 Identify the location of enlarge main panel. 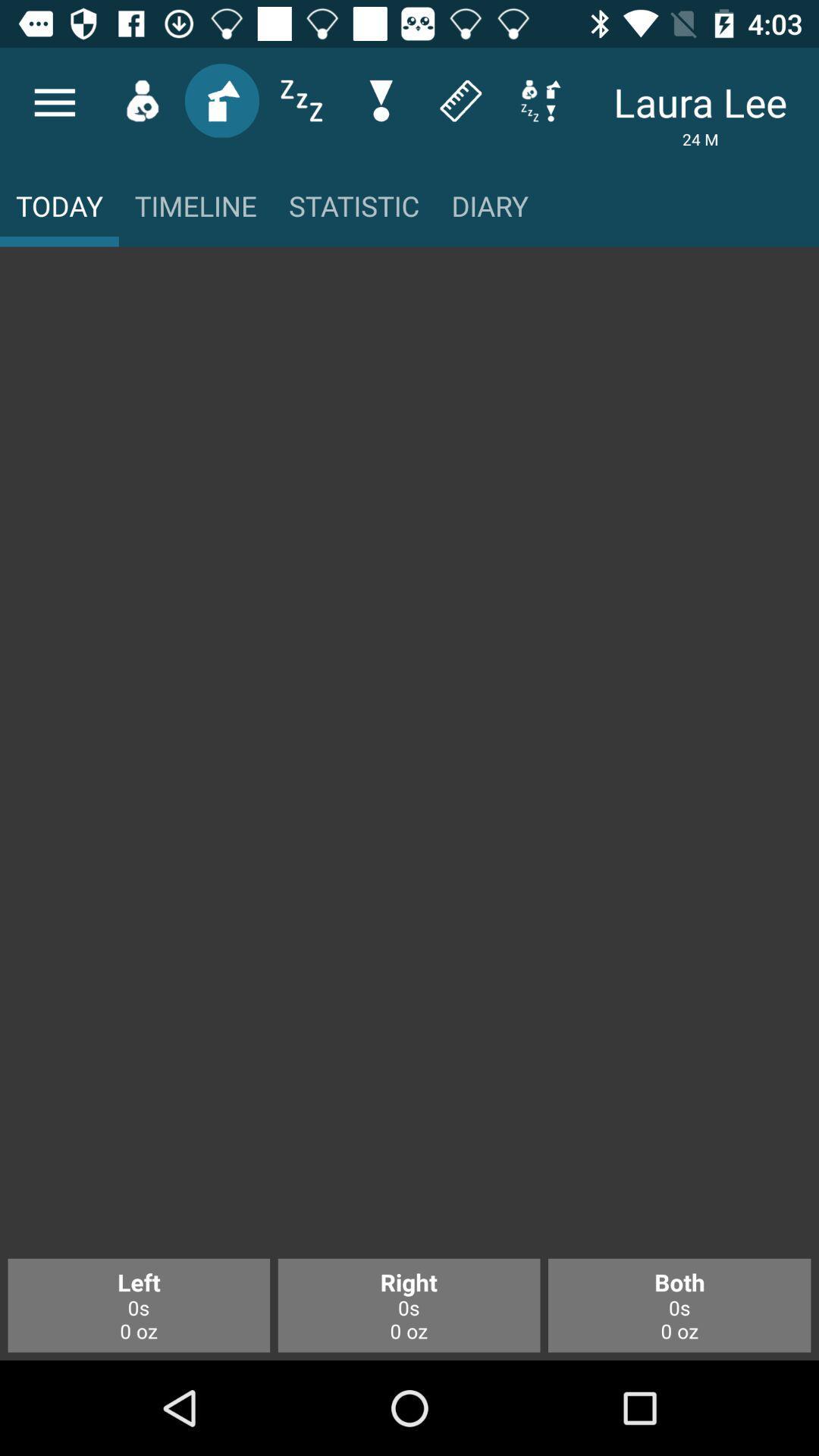
(409, 761).